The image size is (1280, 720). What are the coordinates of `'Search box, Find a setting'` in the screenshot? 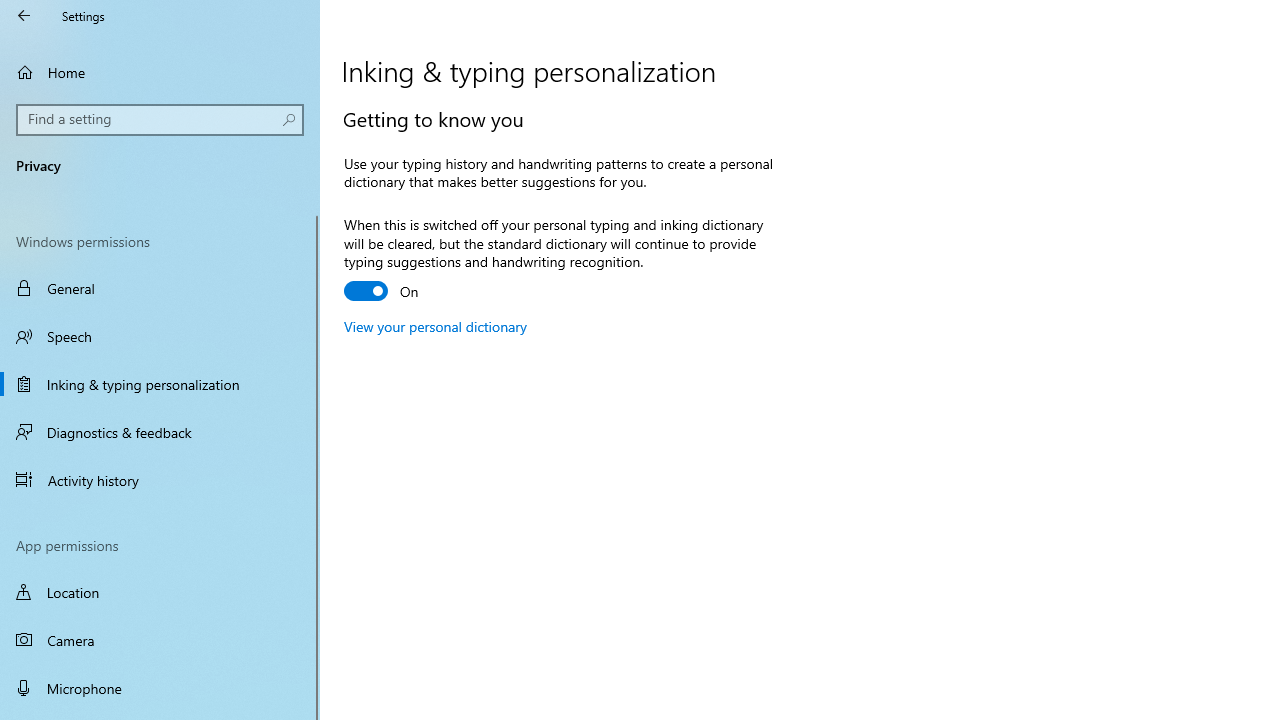 It's located at (160, 119).